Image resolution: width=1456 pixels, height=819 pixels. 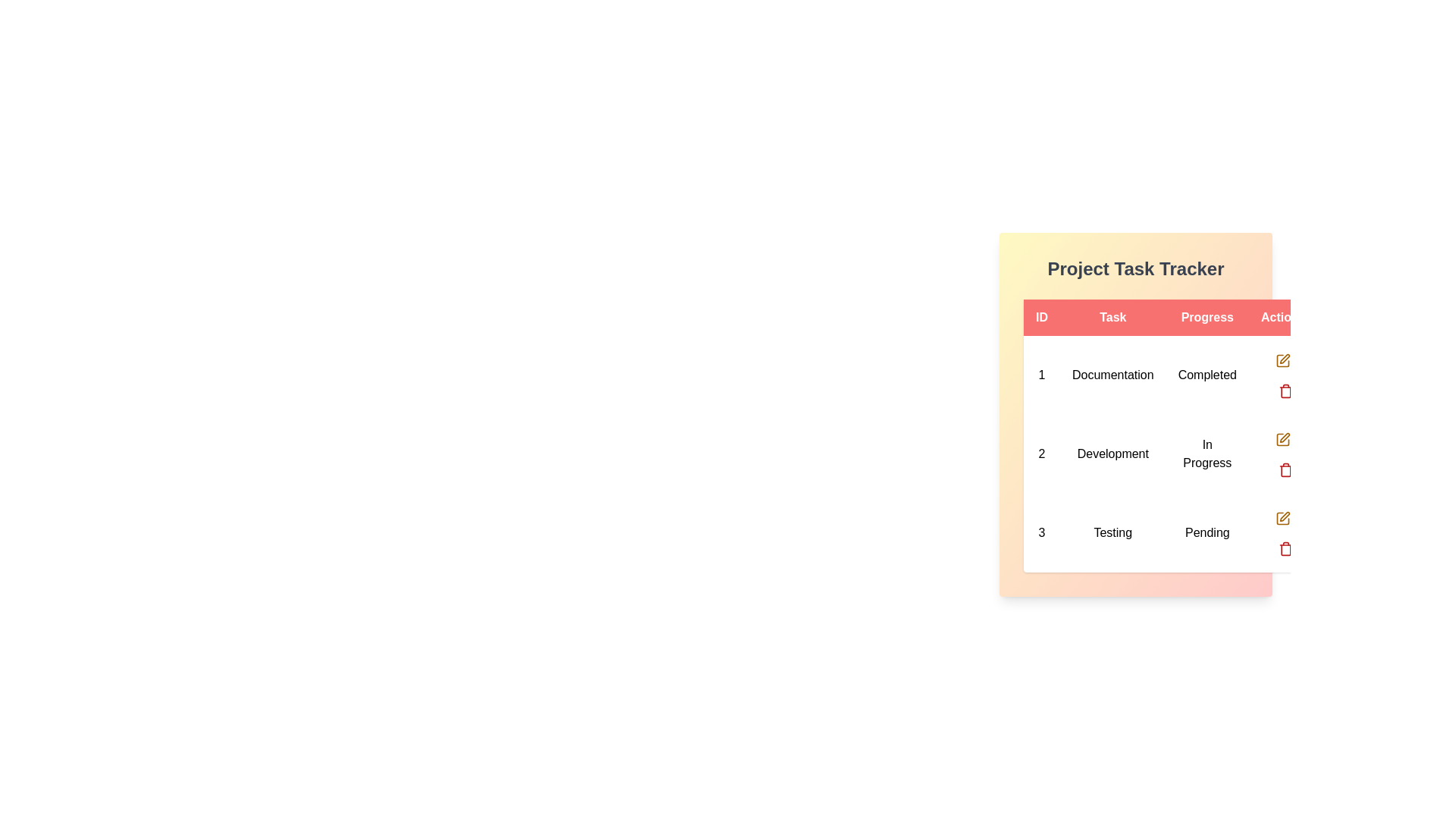 I want to click on delete button for task 2, so click(x=1285, y=468).